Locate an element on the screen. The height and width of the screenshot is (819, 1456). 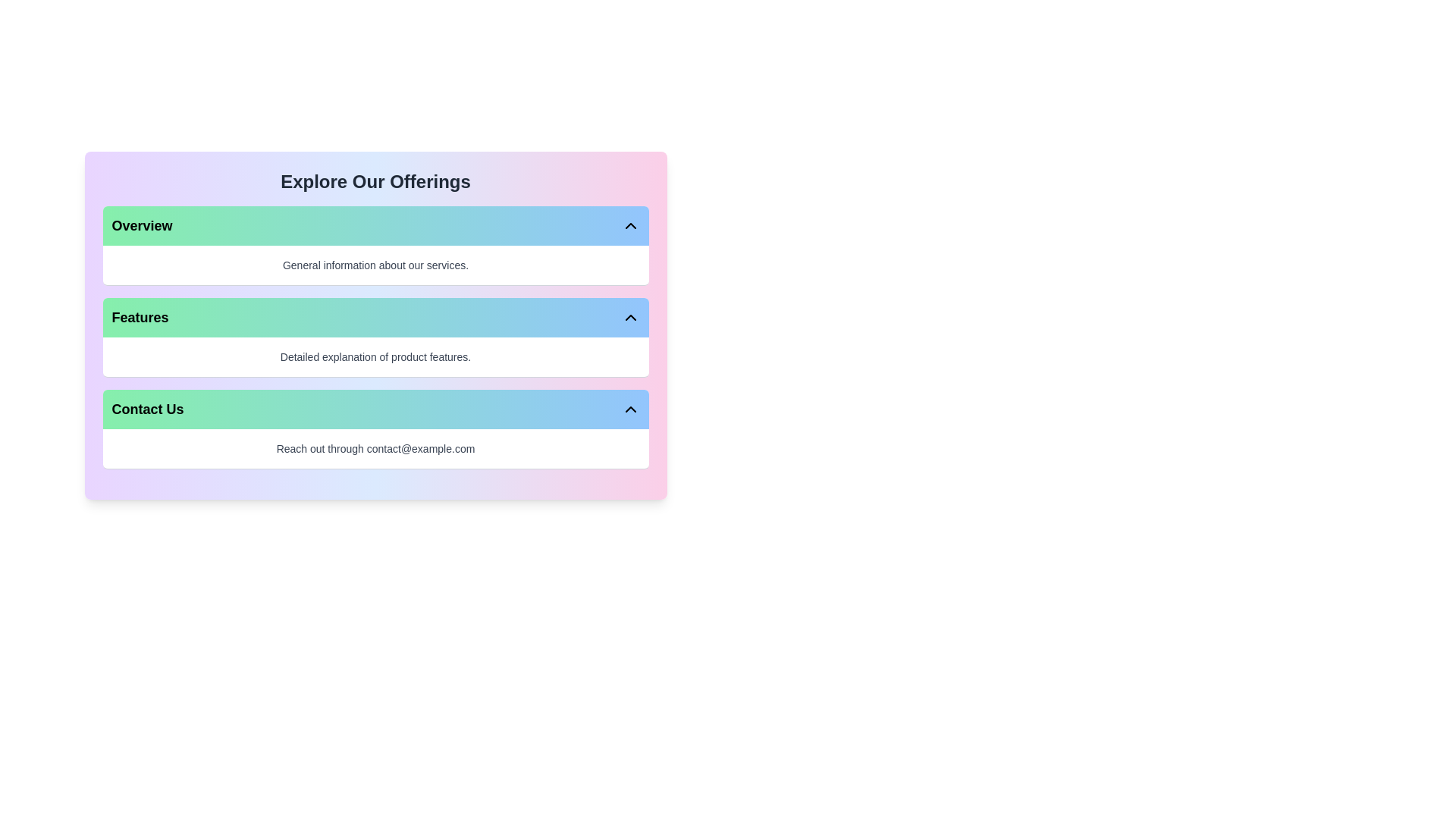
the Informative section, which is centrally positioned between the 'Overview' and 'Contact Us' sections, serving to display detailed information about product features is located at coordinates (375, 325).